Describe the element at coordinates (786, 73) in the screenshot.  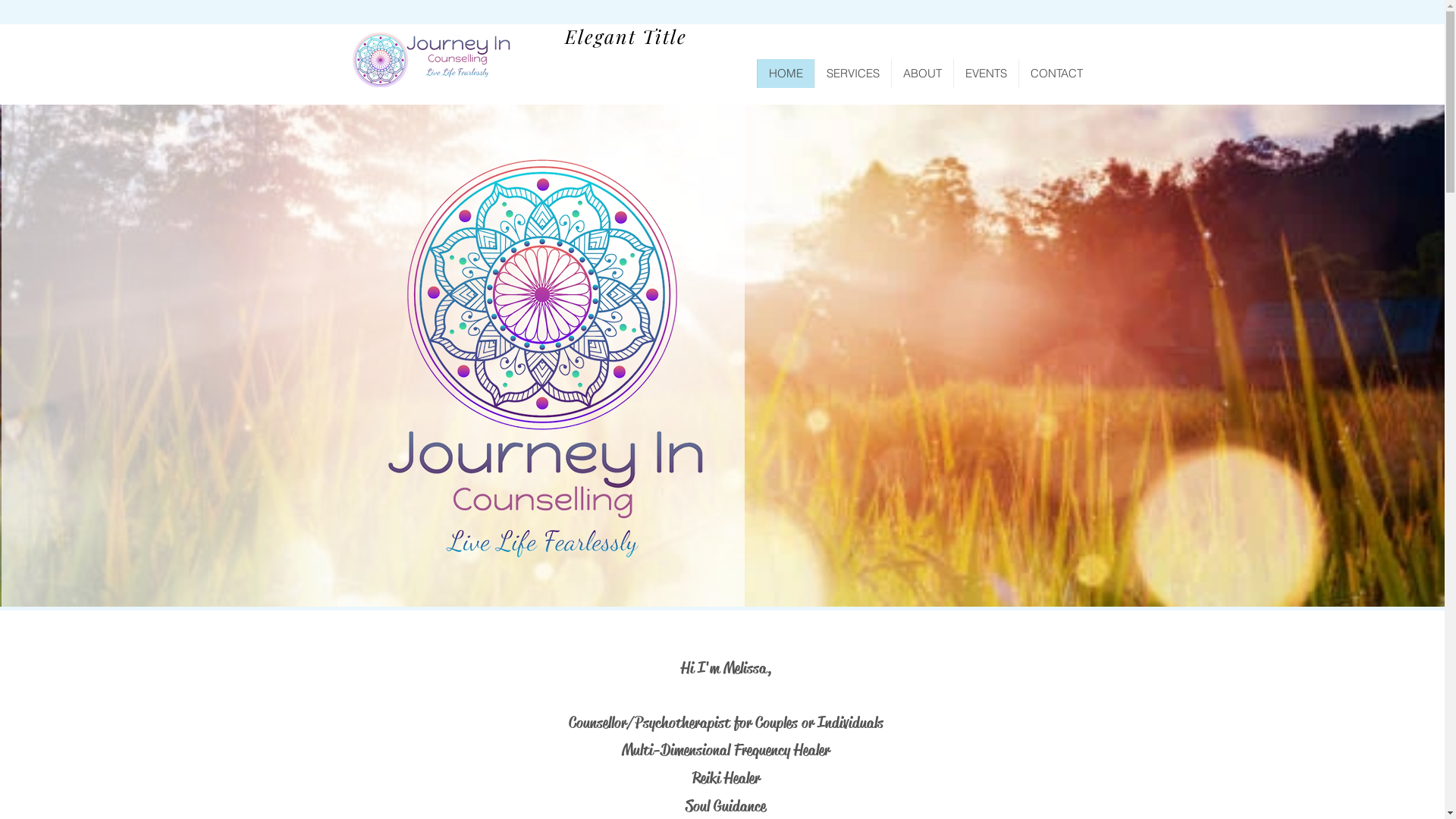
I see `'HOME'` at that location.